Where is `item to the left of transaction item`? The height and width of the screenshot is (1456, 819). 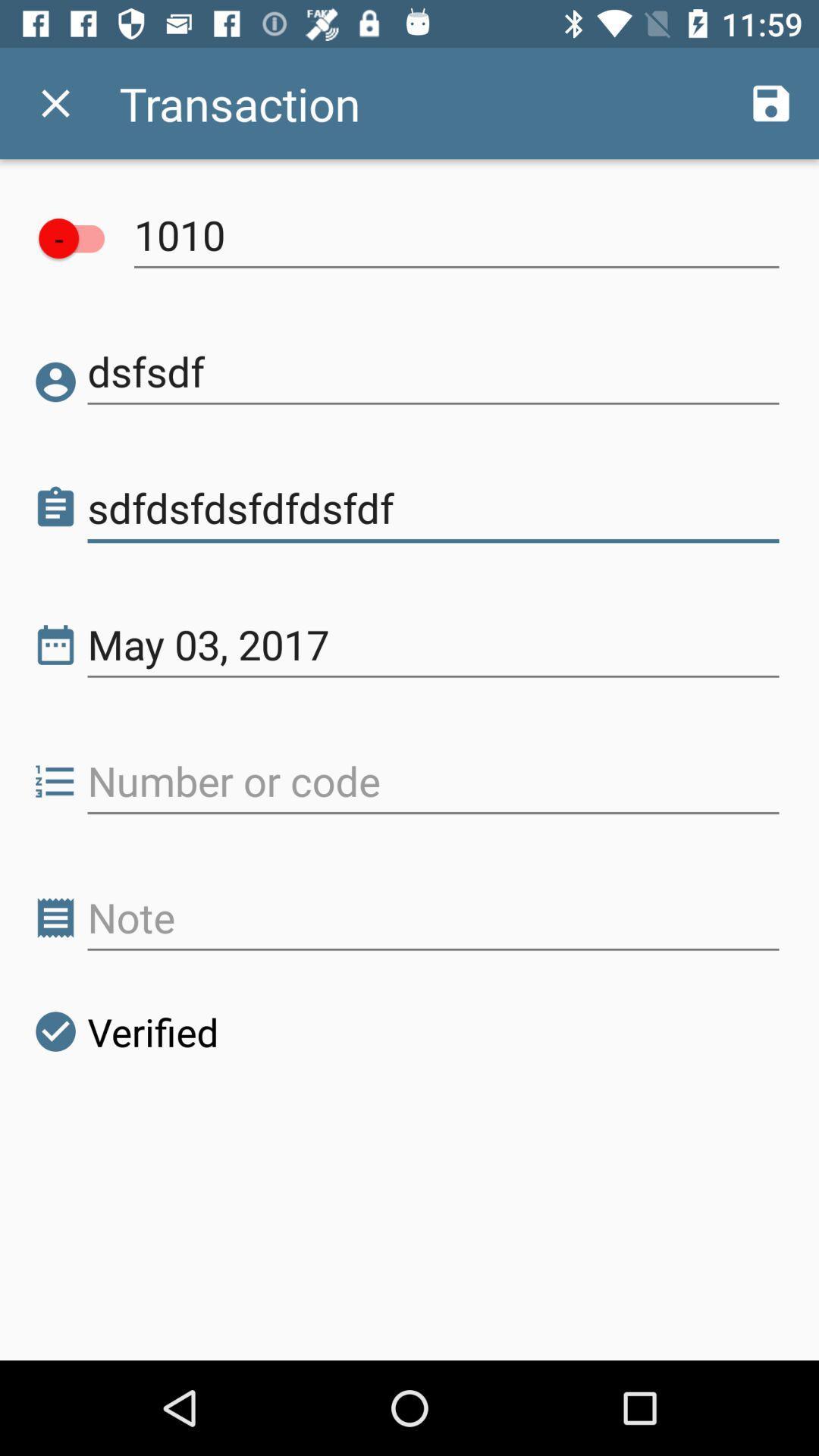
item to the left of transaction item is located at coordinates (55, 102).